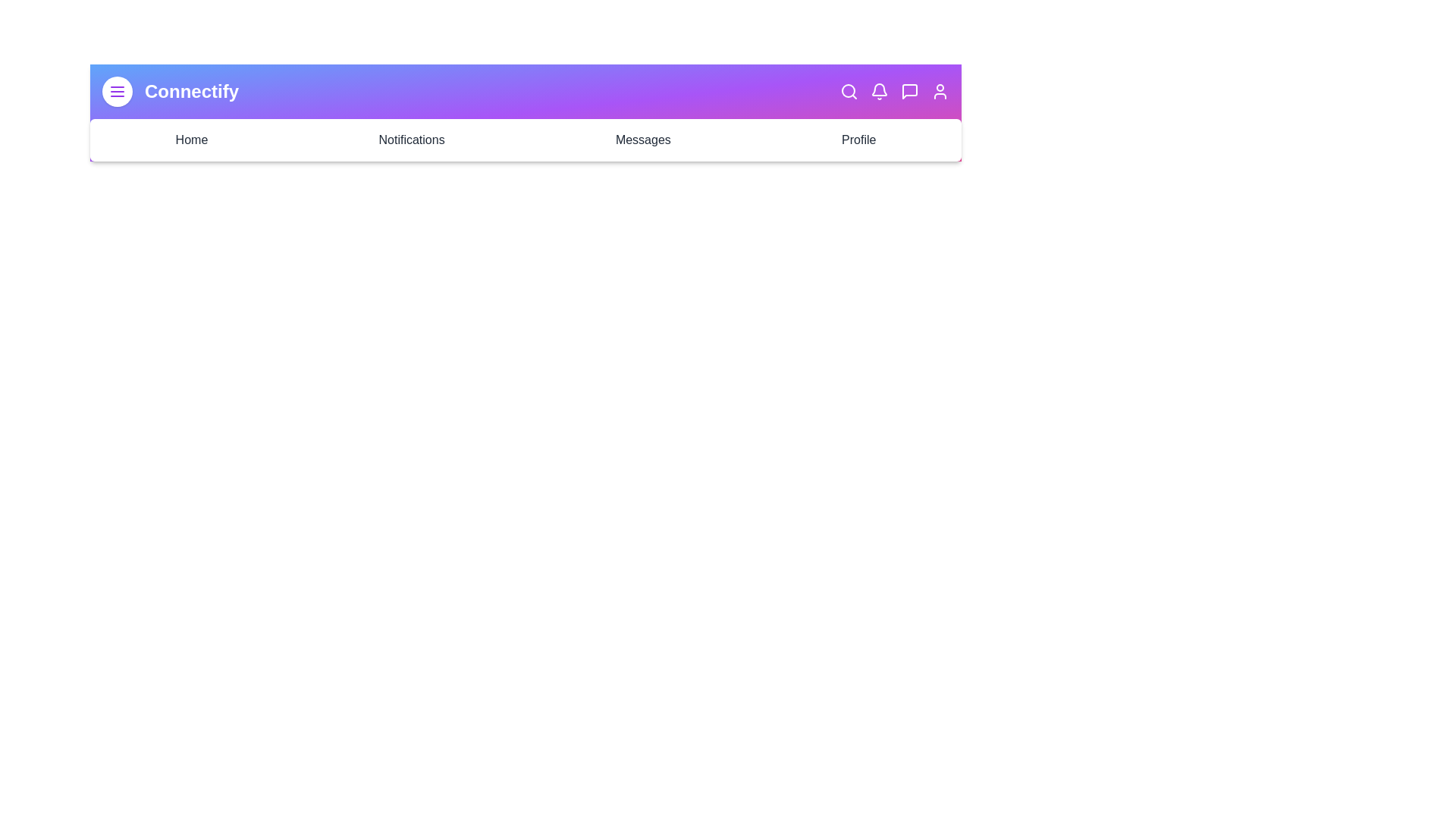  Describe the element at coordinates (190, 140) in the screenshot. I see `the menu item labeled Home to navigate to the corresponding section` at that location.